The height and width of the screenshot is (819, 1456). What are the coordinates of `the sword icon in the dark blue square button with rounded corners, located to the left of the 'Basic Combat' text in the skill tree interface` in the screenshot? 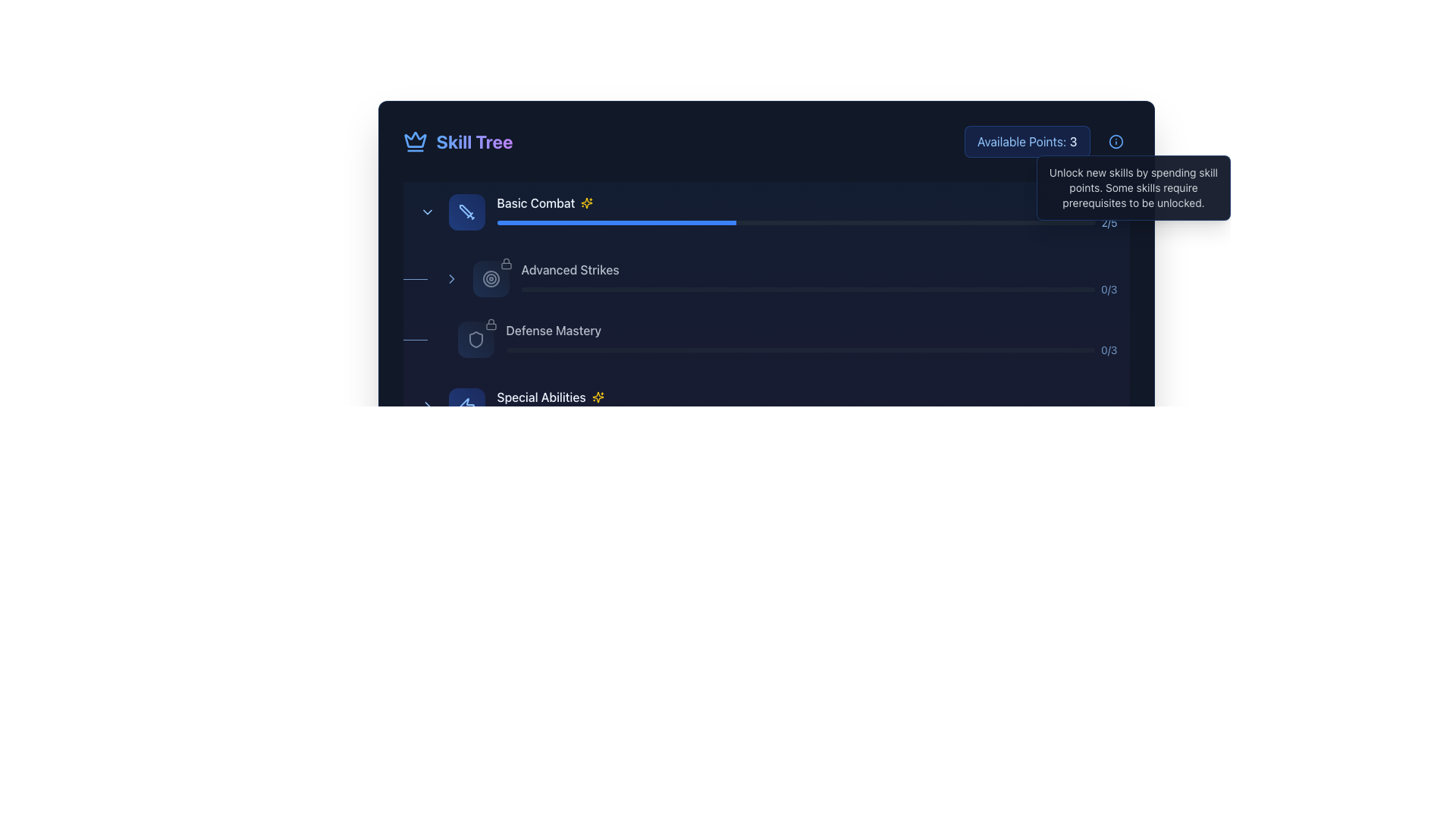 It's located at (466, 212).